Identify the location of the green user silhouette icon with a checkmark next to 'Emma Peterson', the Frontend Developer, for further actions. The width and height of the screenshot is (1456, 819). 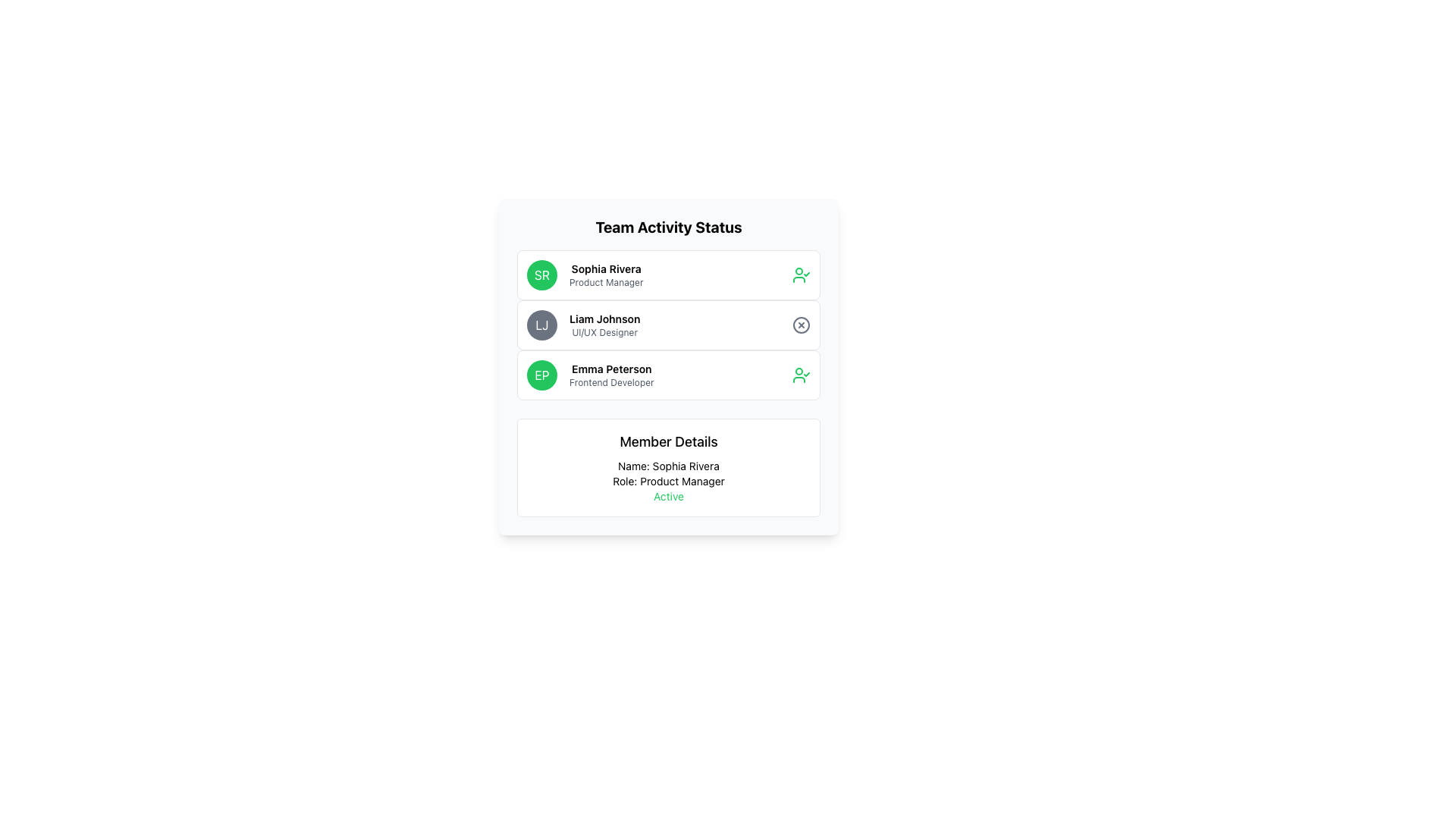
(800, 375).